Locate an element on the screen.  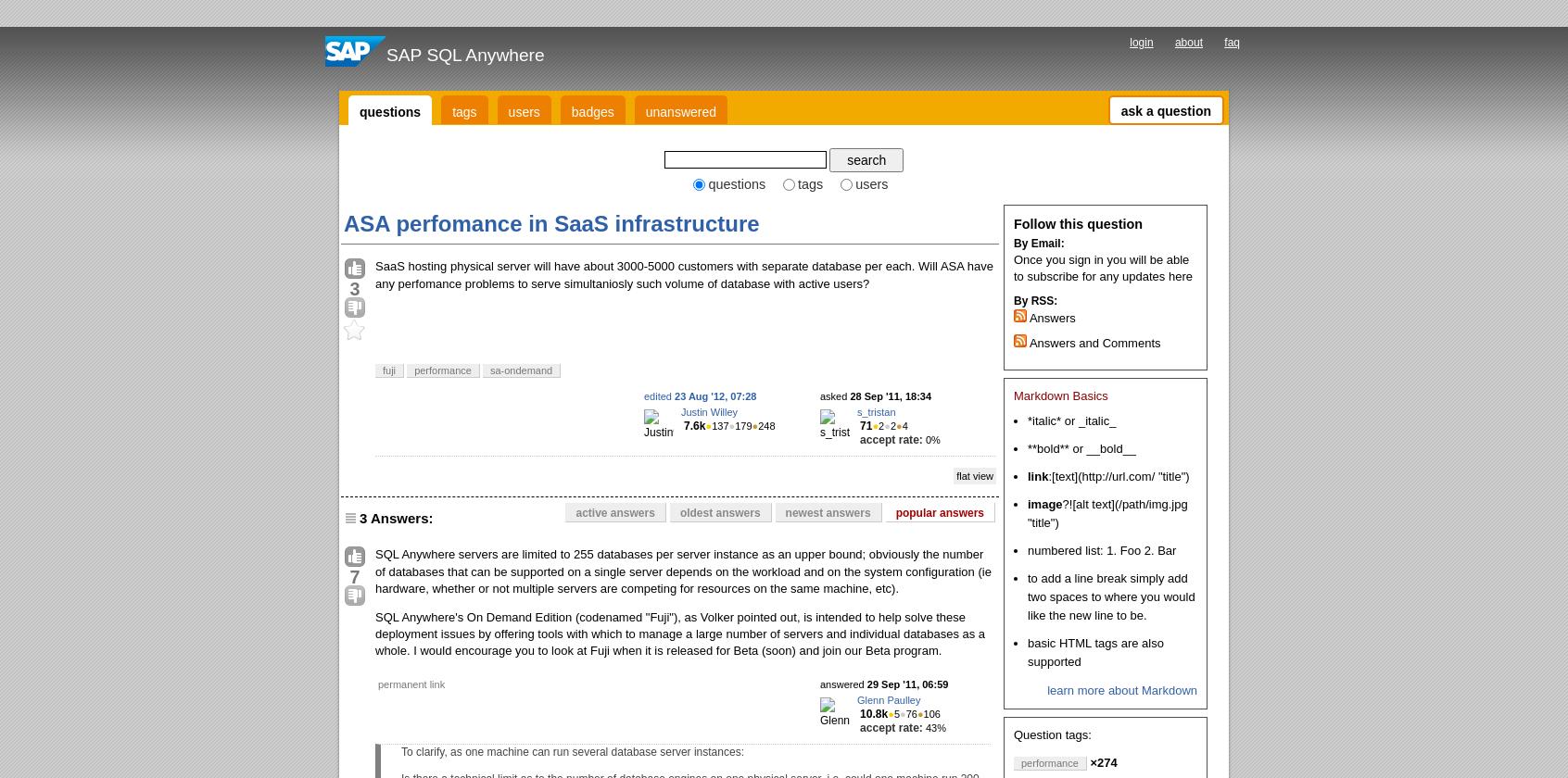
'Question tags:' is located at coordinates (1051, 734).